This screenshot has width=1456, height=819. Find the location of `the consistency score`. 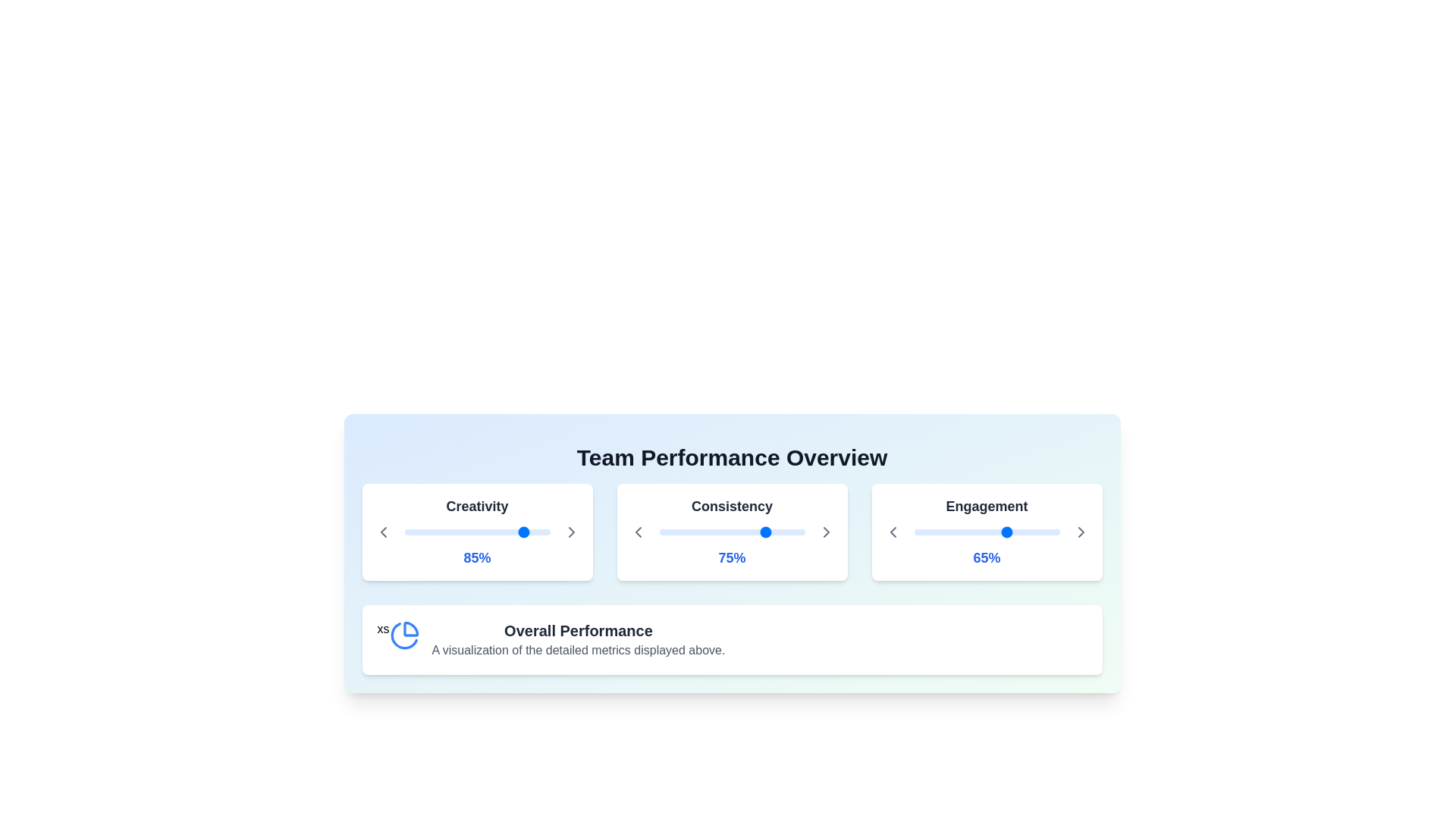

the consistency score is located at coordinates (798, 532).